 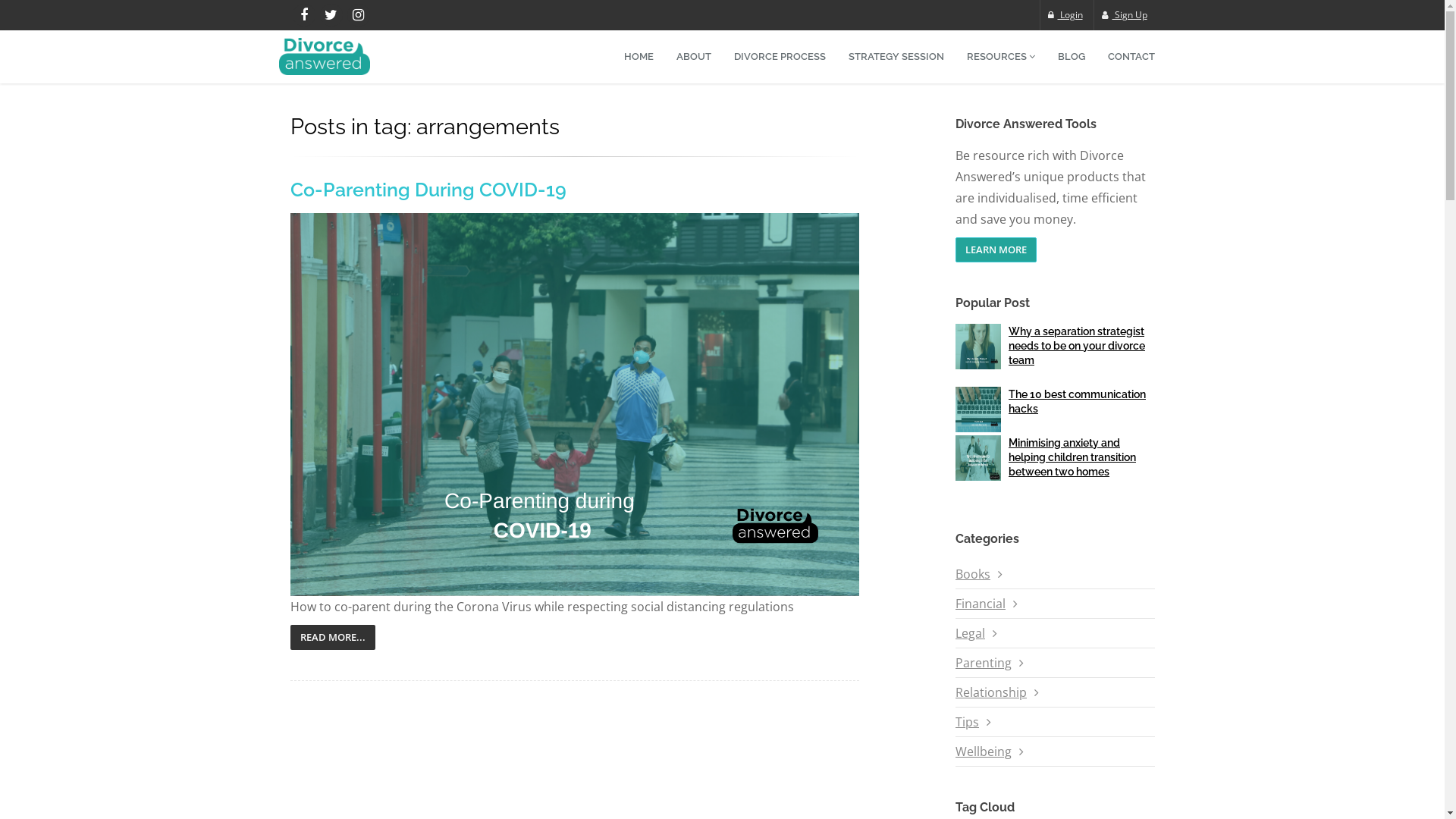 What do you see at coordinates (779, 55) in the screenshot?
I see `'DIVORCE PROCESS'` at bounding box center [779, 55].